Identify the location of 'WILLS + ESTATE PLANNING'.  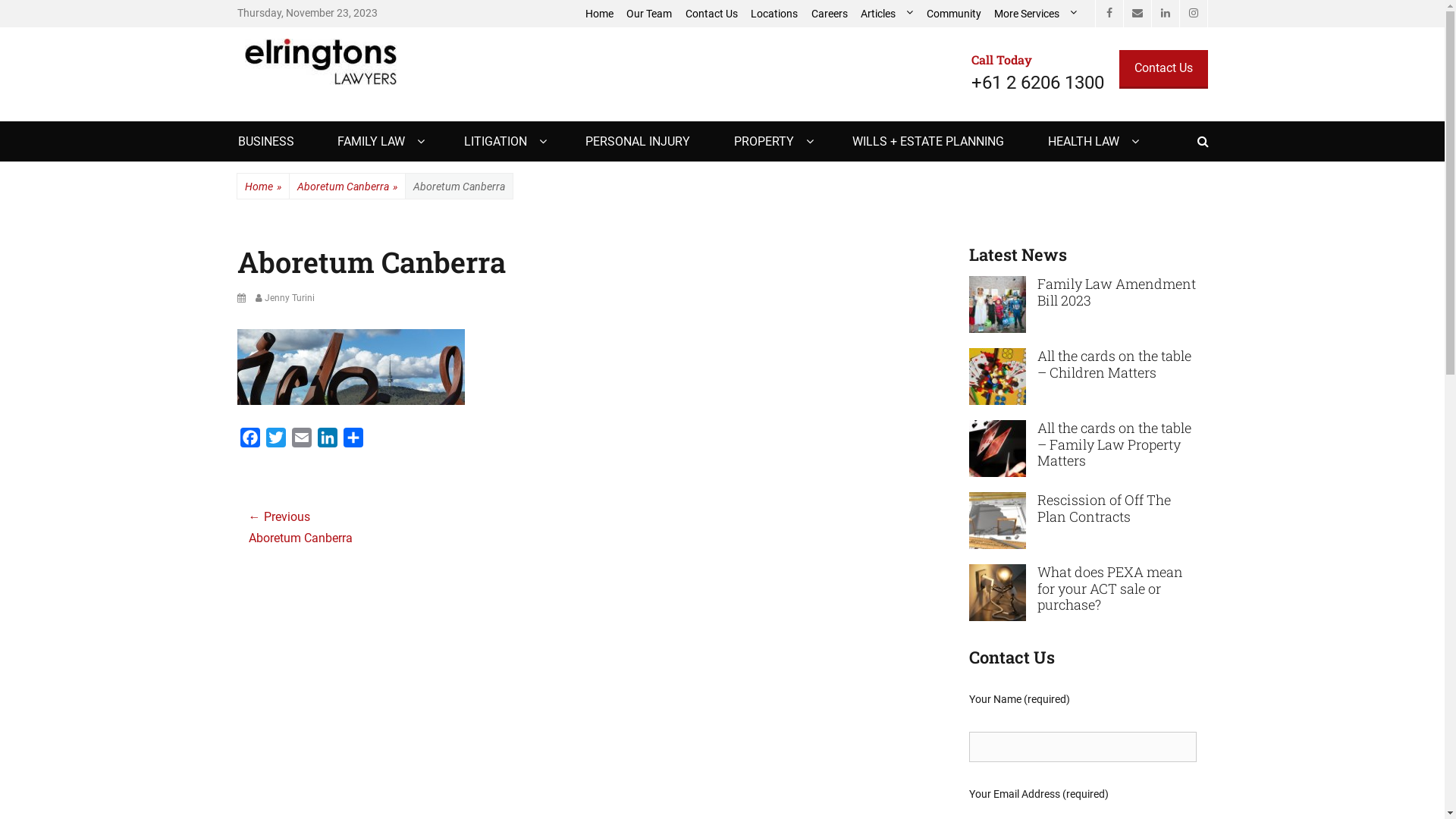
(927, 141).